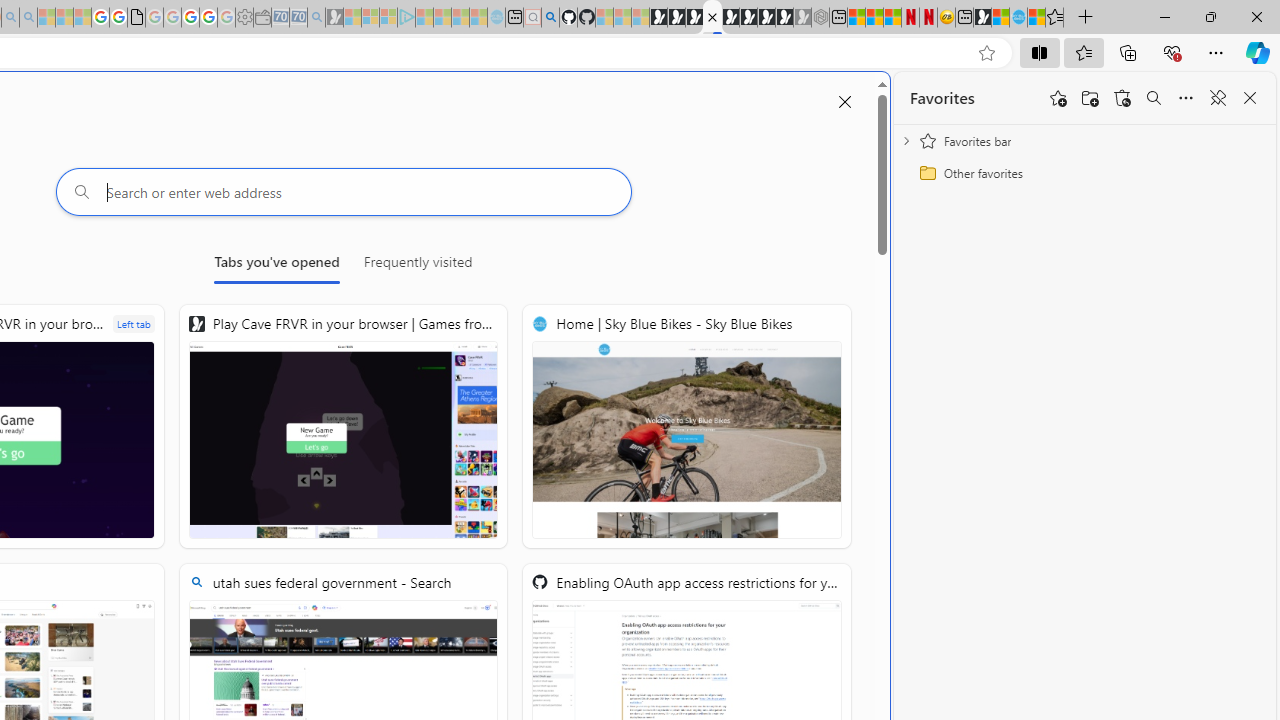 The width and height of the screenshot is (1280, 720). I want to click on 'Frequently visited', so click(417, 265).